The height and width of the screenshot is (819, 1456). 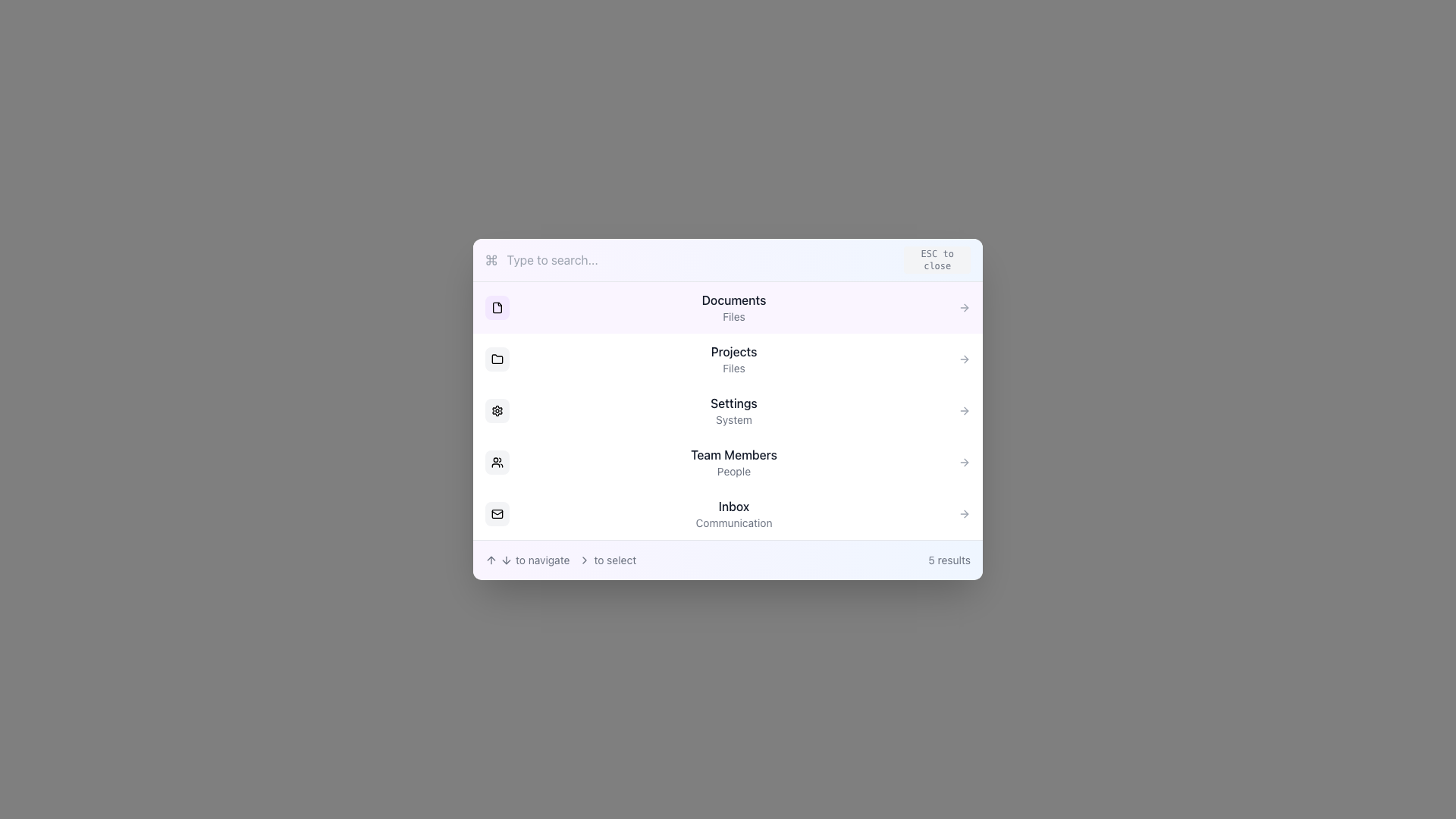 I want to click on the 'Settings' button, which features a settings icon on the left, a bold 'Settings' title in dark gray, and a smaller 'System' subtitle in lighter gray, located centrally as the third item in the menu, so click(x=728, y=411).